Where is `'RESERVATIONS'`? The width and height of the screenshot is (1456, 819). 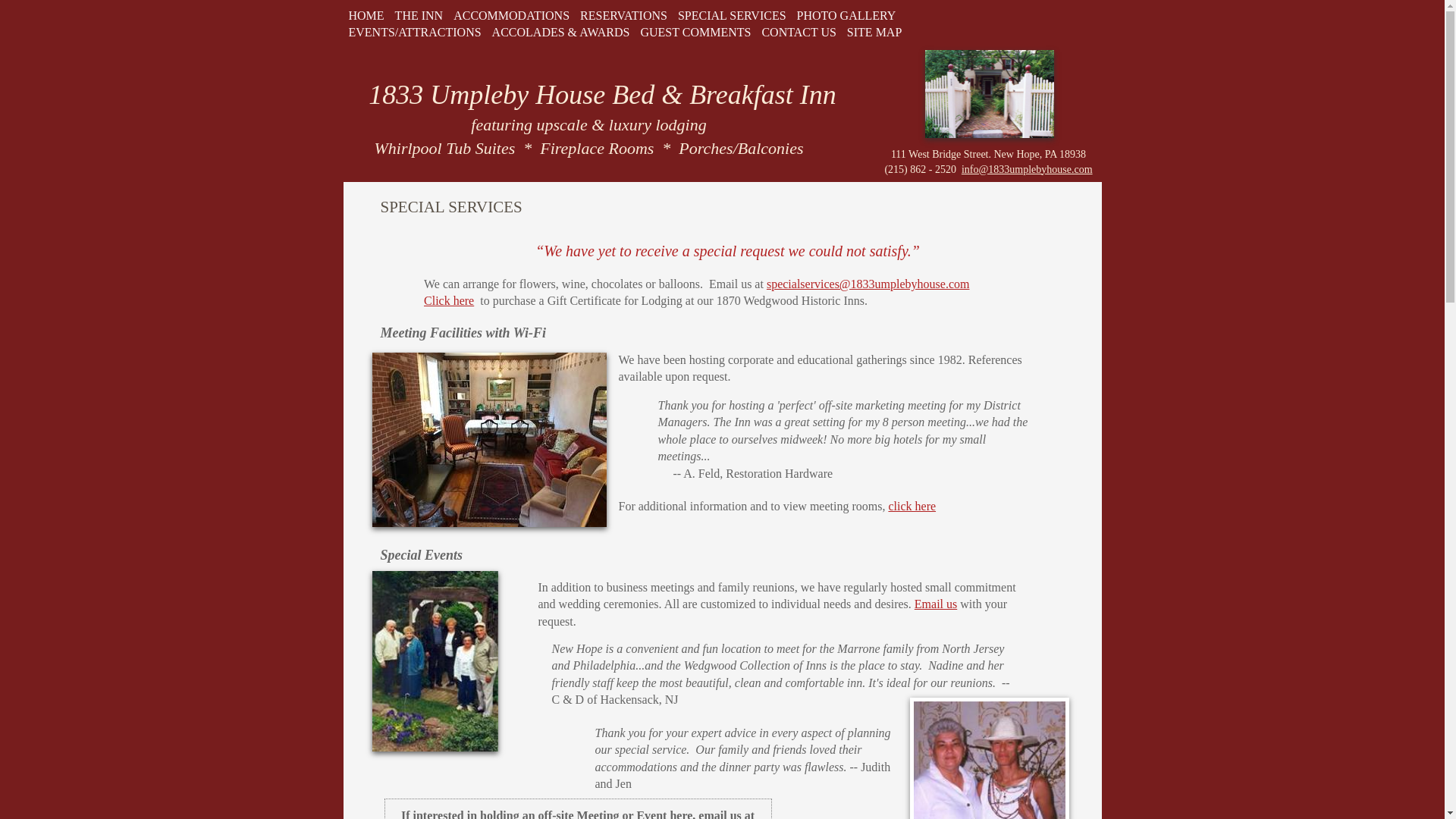
'RESERVATIONS' is located at coordinates (623, 15).